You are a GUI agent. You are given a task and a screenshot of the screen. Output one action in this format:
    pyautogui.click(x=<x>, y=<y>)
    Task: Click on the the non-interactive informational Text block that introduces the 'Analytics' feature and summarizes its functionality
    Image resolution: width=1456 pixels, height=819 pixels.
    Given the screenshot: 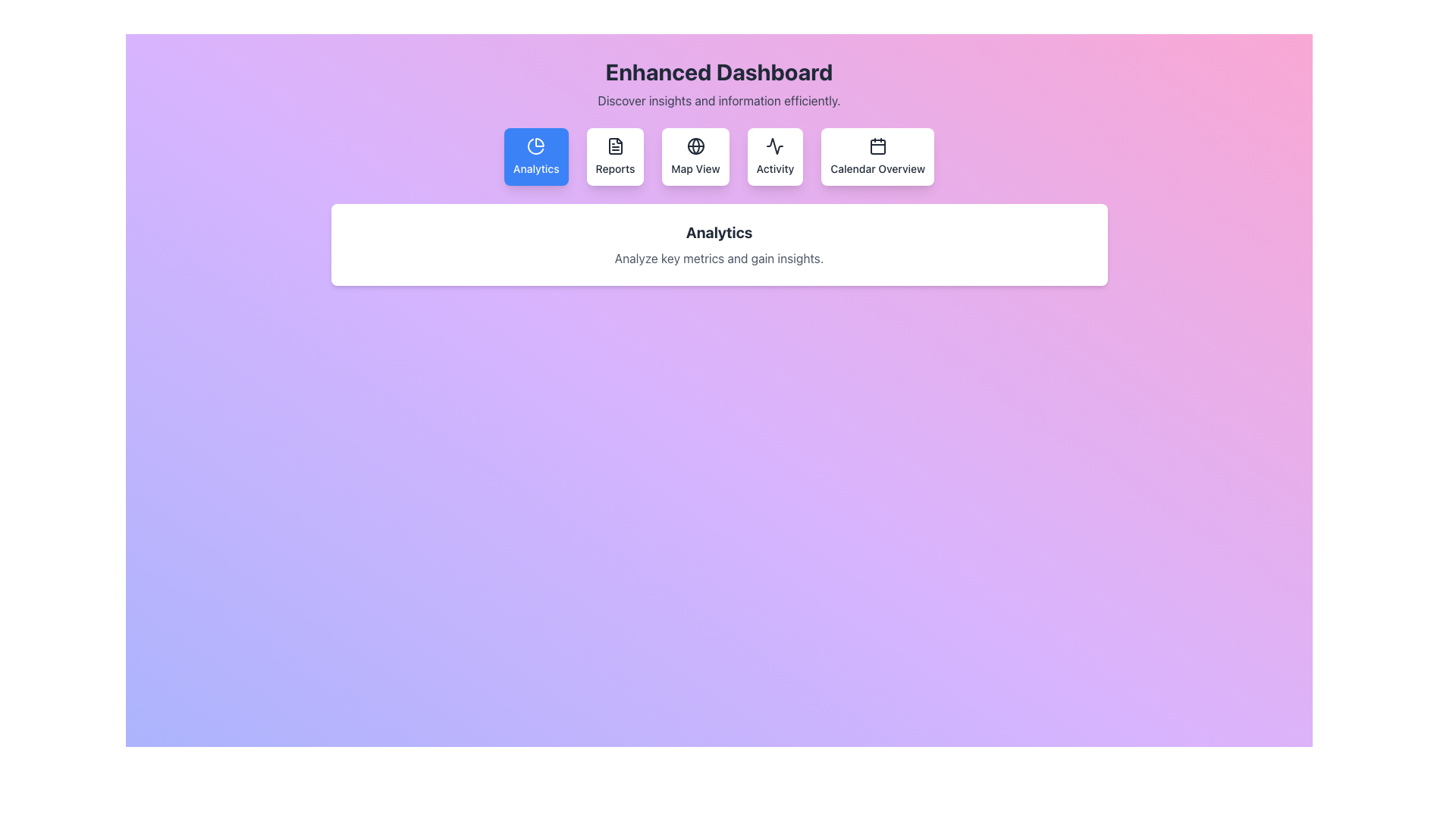 What is the action you would take?
    pyautogui.click(x=718, y=244)
    